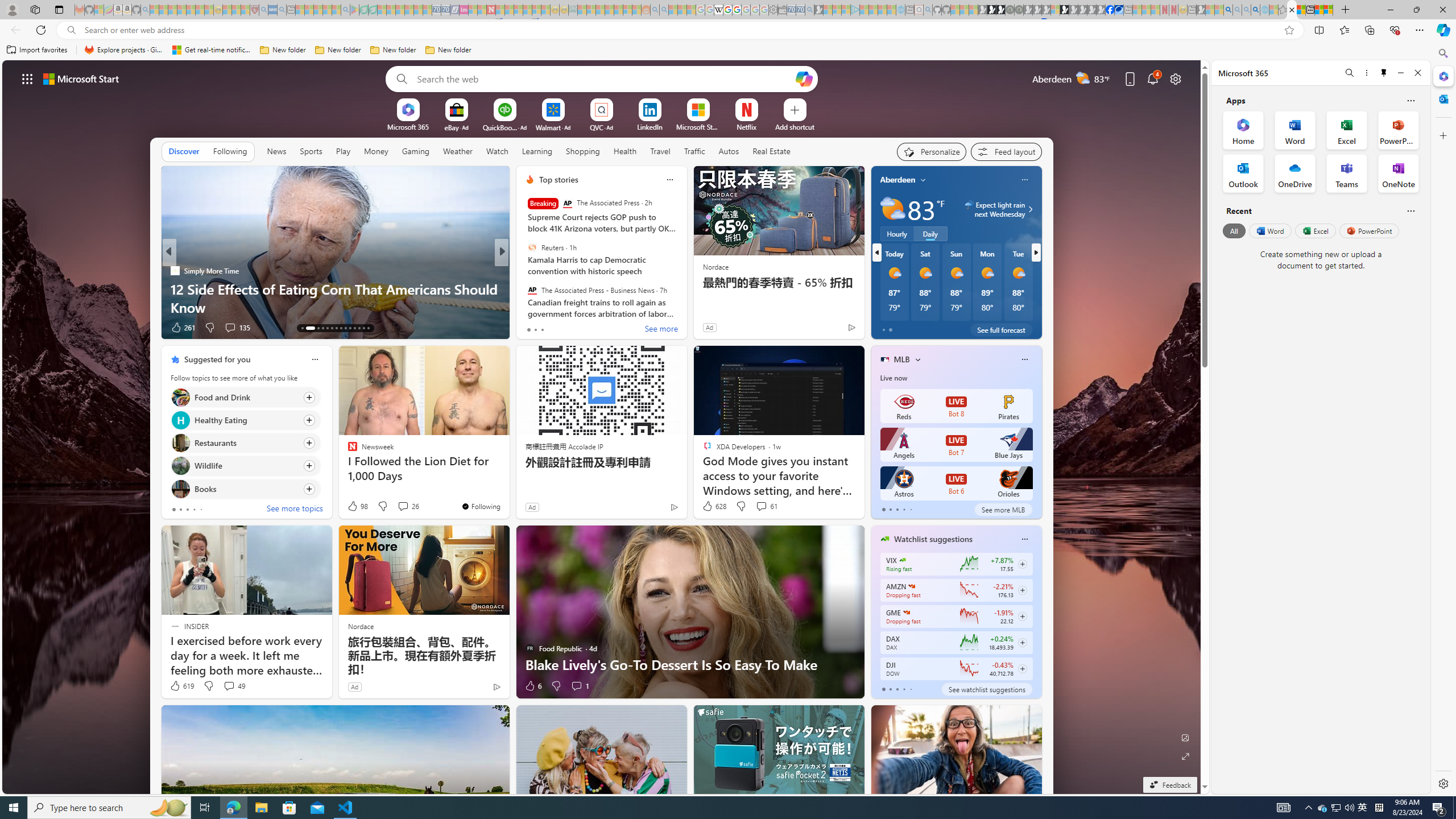 Image resolution: width=1456 pixels, height=819 pixels. Describe the element at coordinates (890, 689) in the screenshot. I see `'tab-1'` at that location.